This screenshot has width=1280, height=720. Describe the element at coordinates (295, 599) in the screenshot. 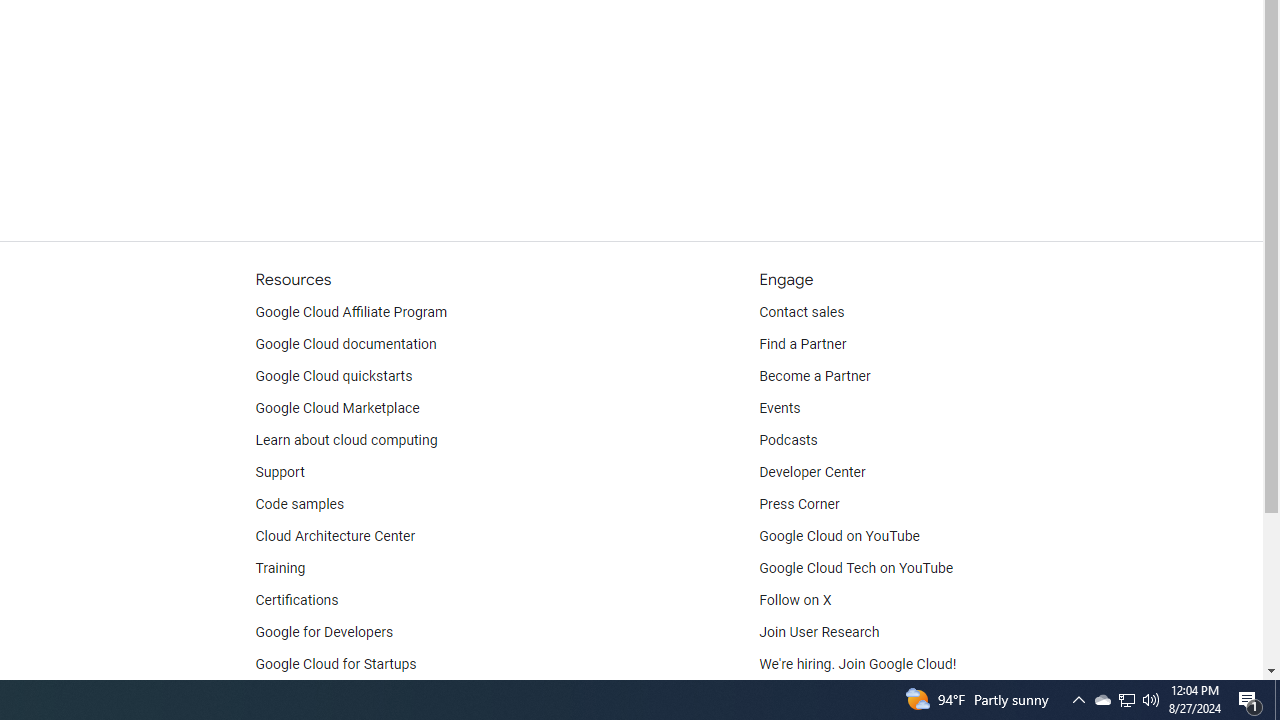

I see `'Certifications'` at that location.